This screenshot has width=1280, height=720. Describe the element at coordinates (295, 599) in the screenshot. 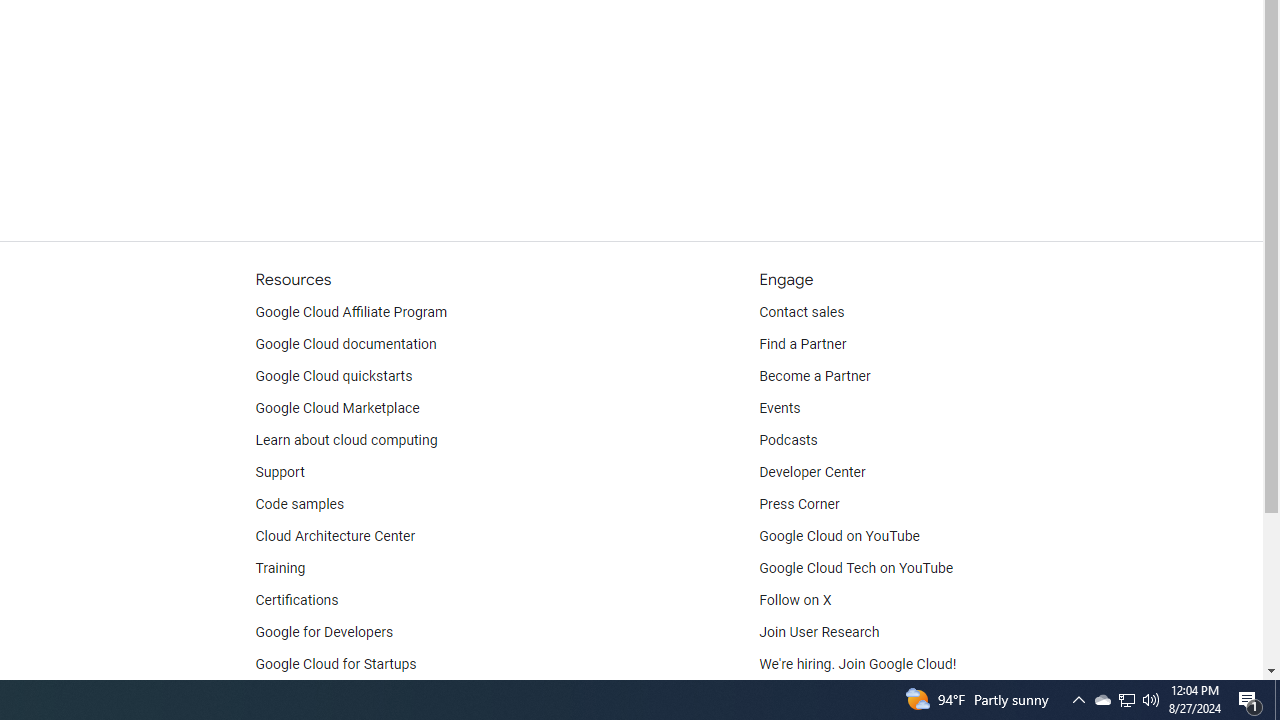

I see `'Certifications'` at that location.